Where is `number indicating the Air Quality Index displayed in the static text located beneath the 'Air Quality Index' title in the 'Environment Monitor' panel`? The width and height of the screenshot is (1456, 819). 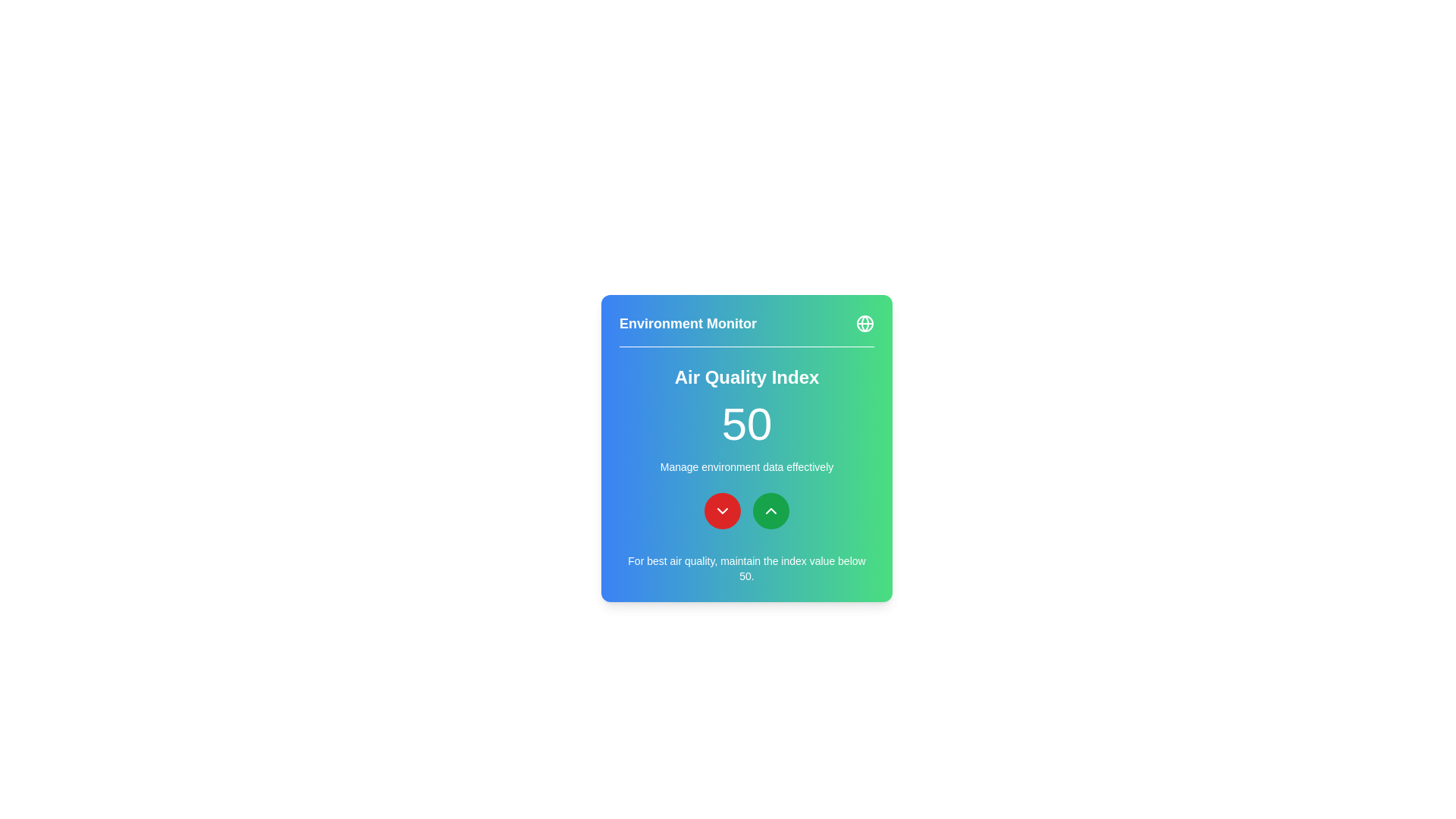
number indicating the Air Quality Index displayed in the static text located beneath the 'Air Quality Index' title in the 'Environment Monitor' panel is located at coordinates (746, 424).